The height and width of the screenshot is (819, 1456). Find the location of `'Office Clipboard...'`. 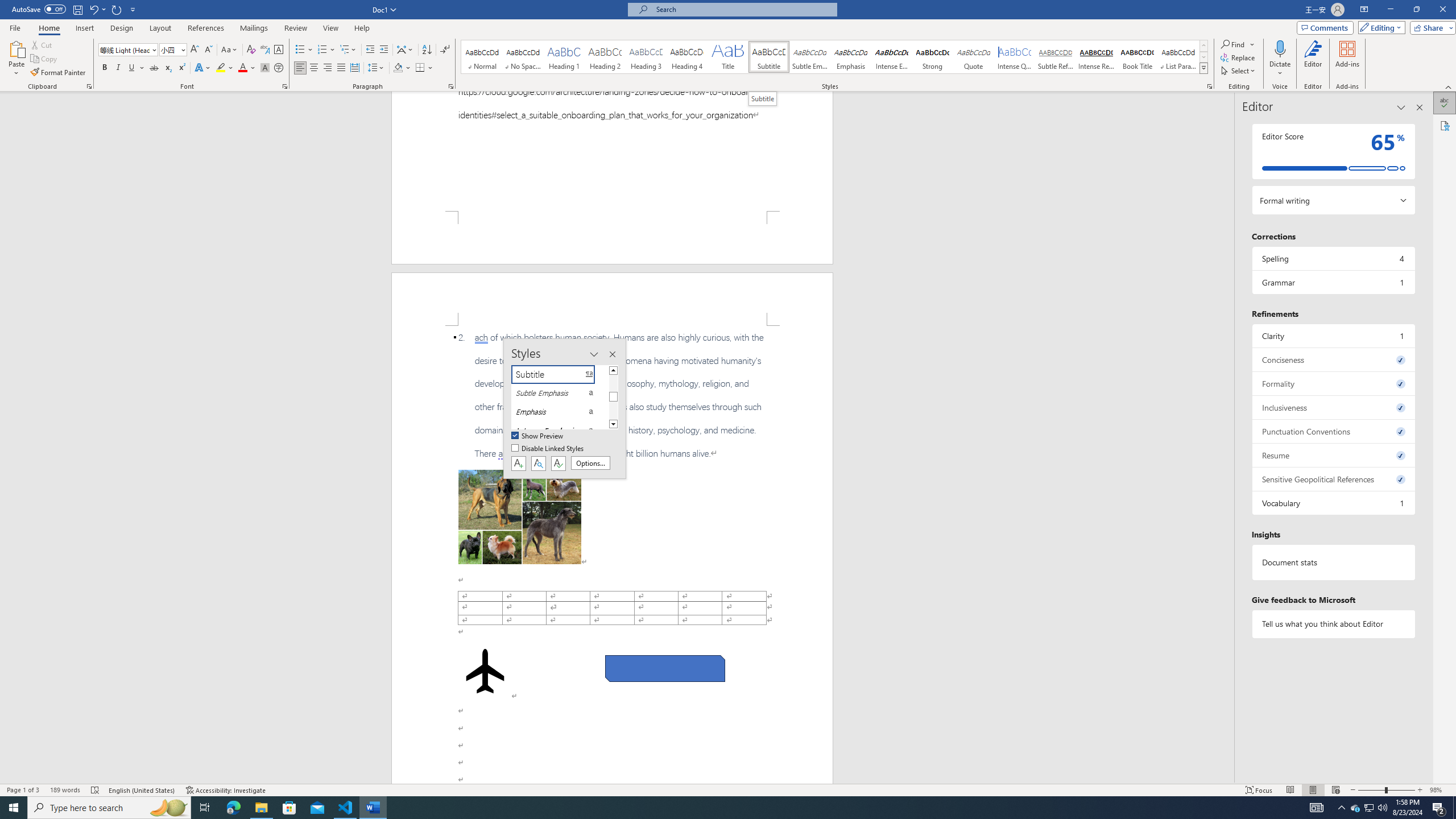

'Office Clipboard...' is located at coordinates (88, 85).